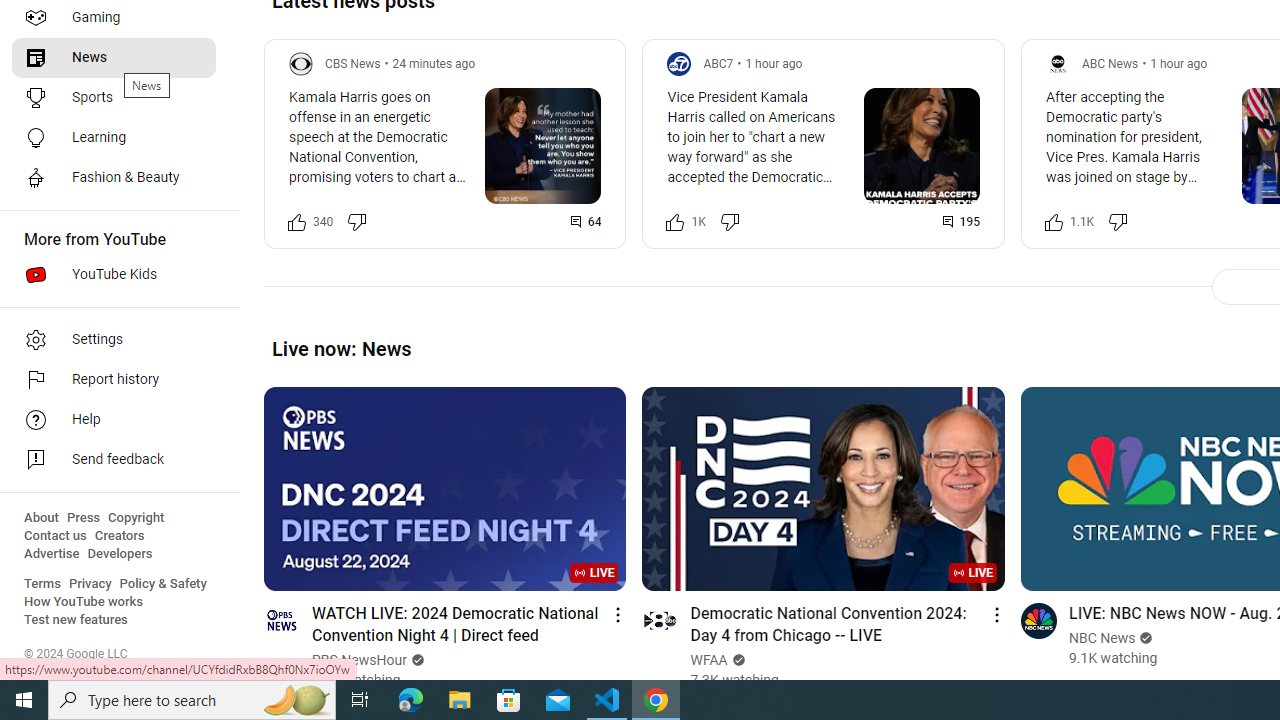  Describe the element at coordinates (82, 601) in the screenshot. I see `'How YouTube works'` at that location.